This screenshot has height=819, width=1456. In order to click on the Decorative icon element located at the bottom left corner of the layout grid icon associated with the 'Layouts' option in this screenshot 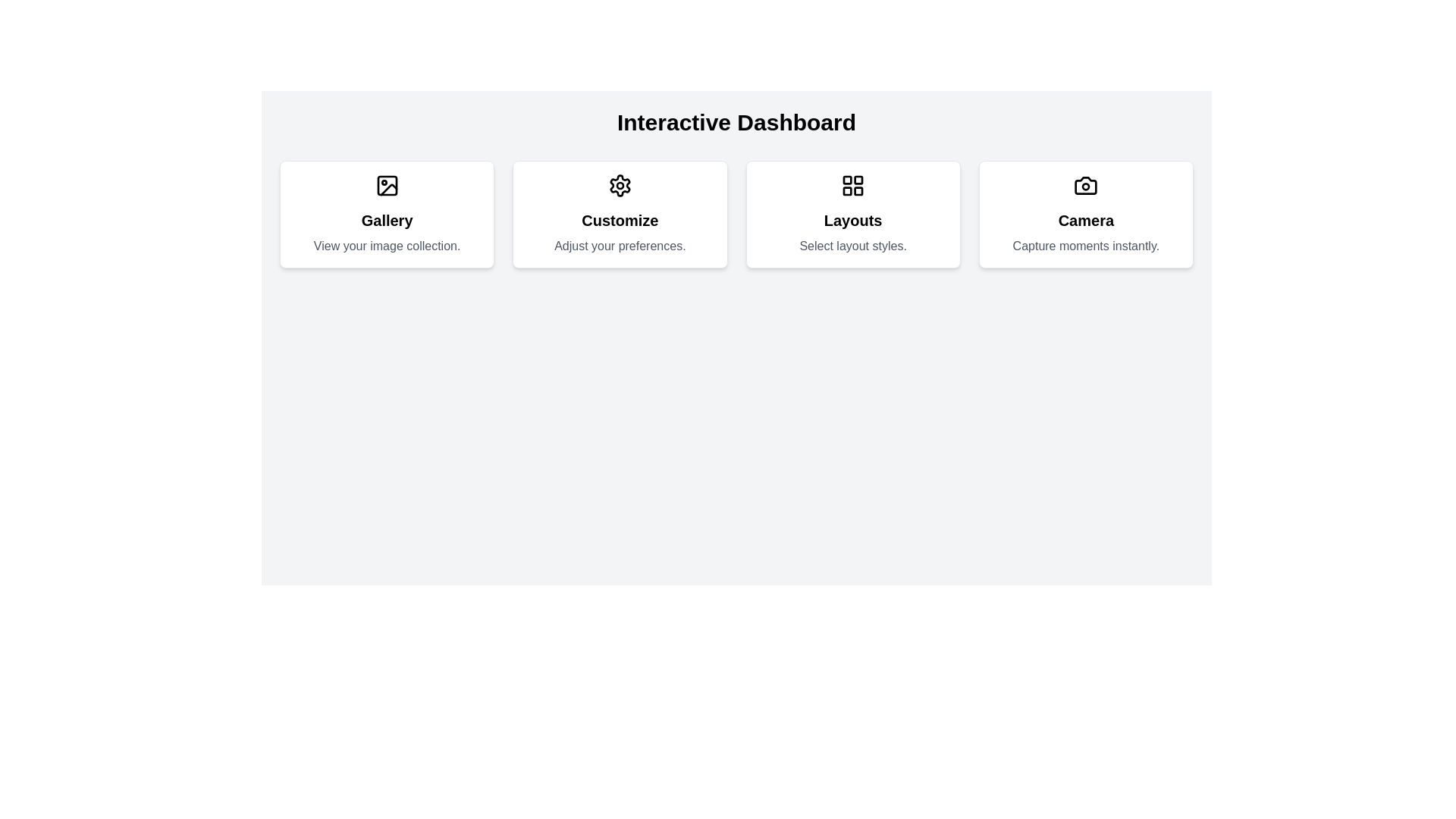, I will do `click(846, 190)`.